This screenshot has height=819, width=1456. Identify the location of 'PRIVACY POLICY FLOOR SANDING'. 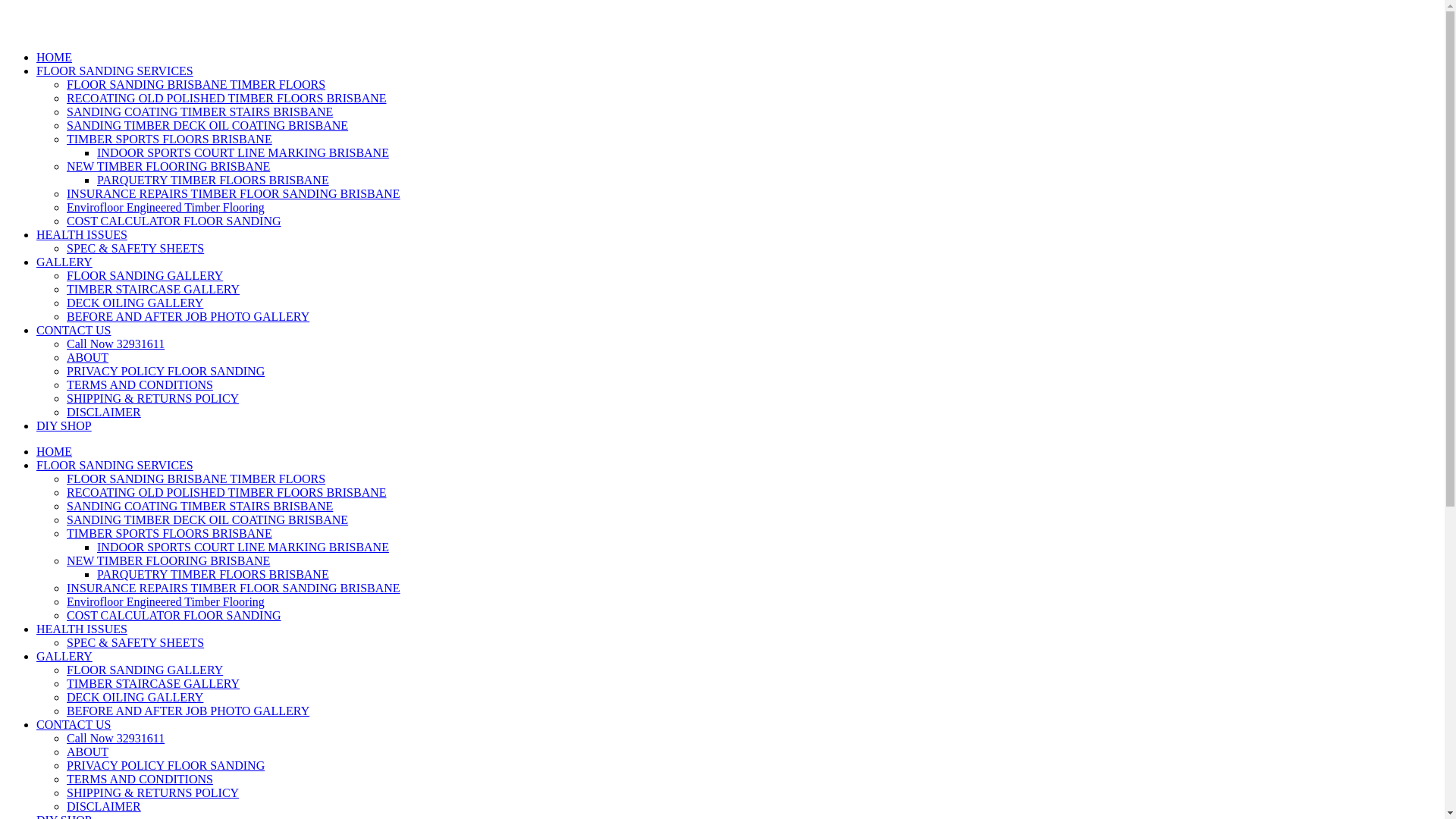
(165, 765).